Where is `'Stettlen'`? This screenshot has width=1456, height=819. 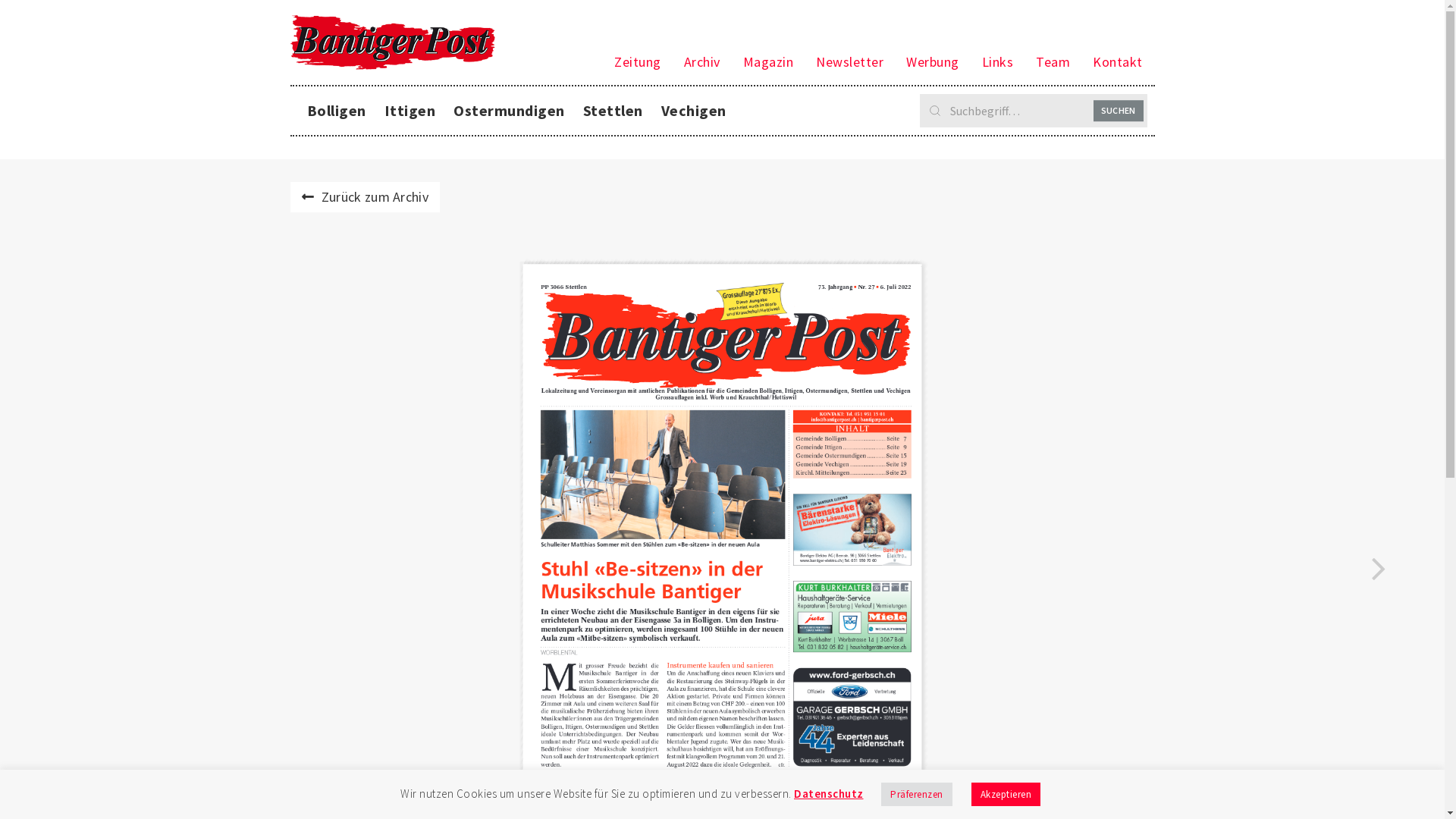 'Stettlen' is located at coordinates (612, 110).